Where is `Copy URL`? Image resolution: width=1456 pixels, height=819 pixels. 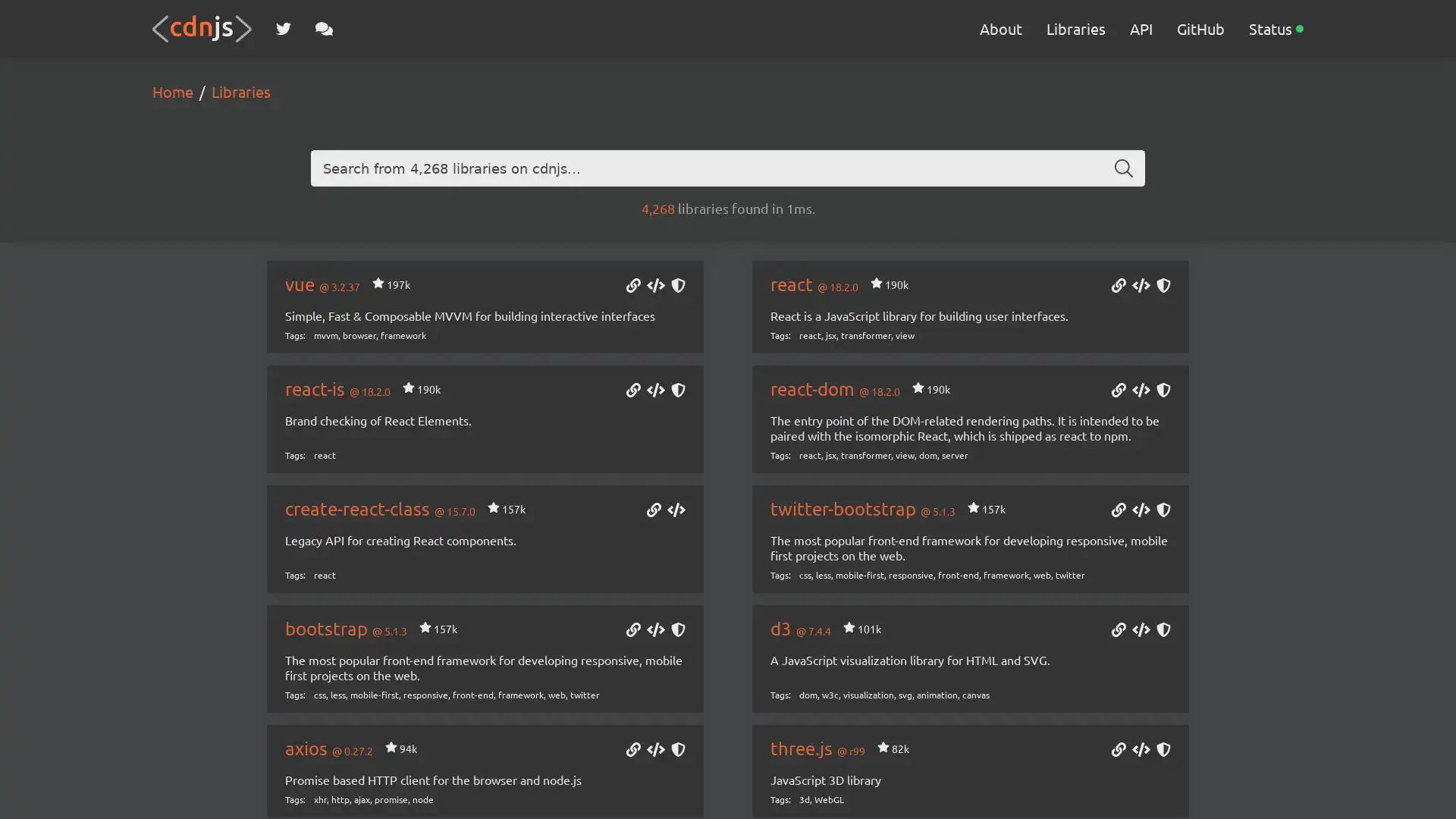 Copy URL is located at coordinates (654, 511).